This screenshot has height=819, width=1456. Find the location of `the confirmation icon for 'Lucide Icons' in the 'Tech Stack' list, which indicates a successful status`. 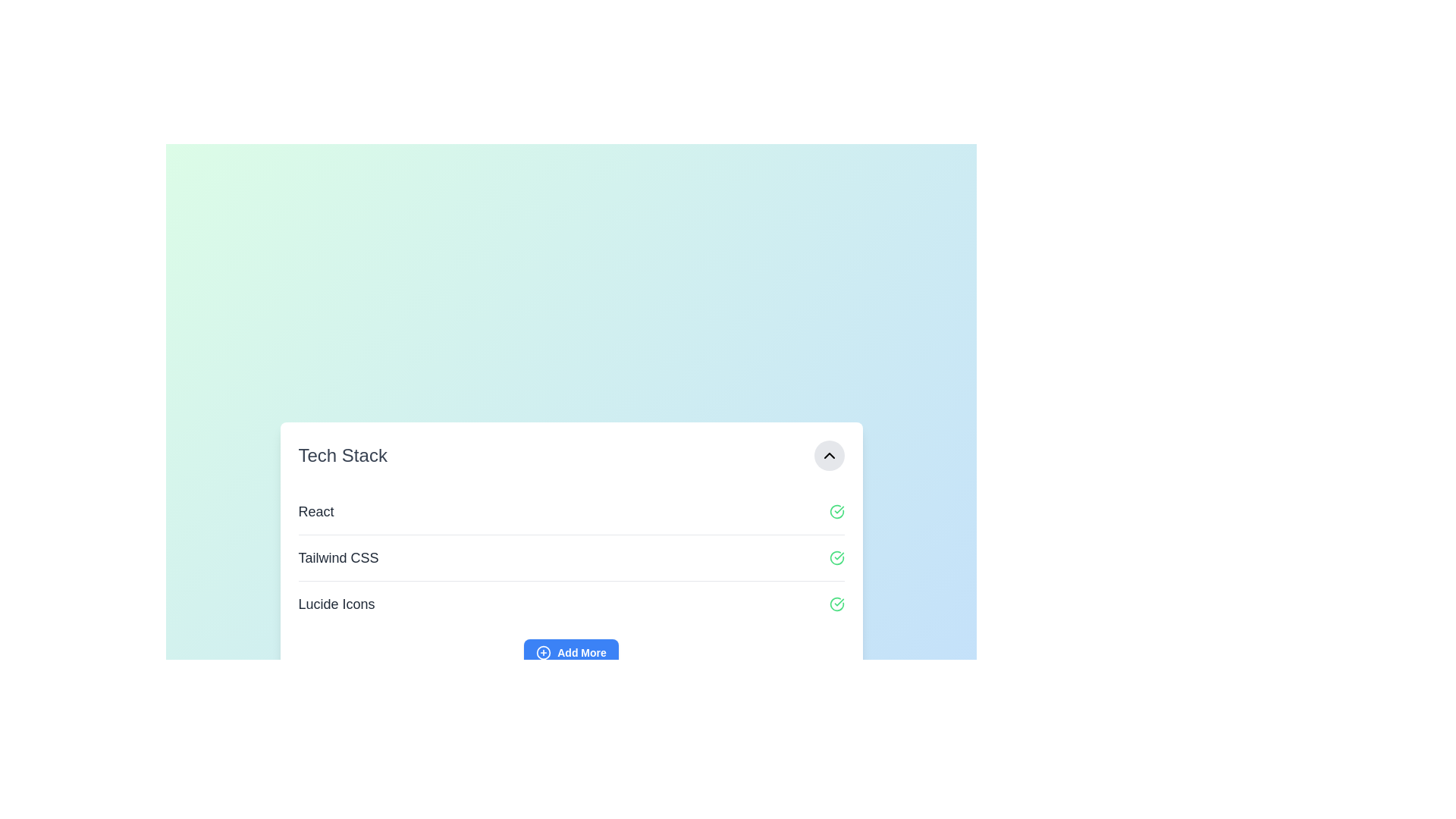

the confirmation icon for 'Lucide Icons' in the 'Tech Stack' list, which indicates a successful status is located at coordinates (836, 604).